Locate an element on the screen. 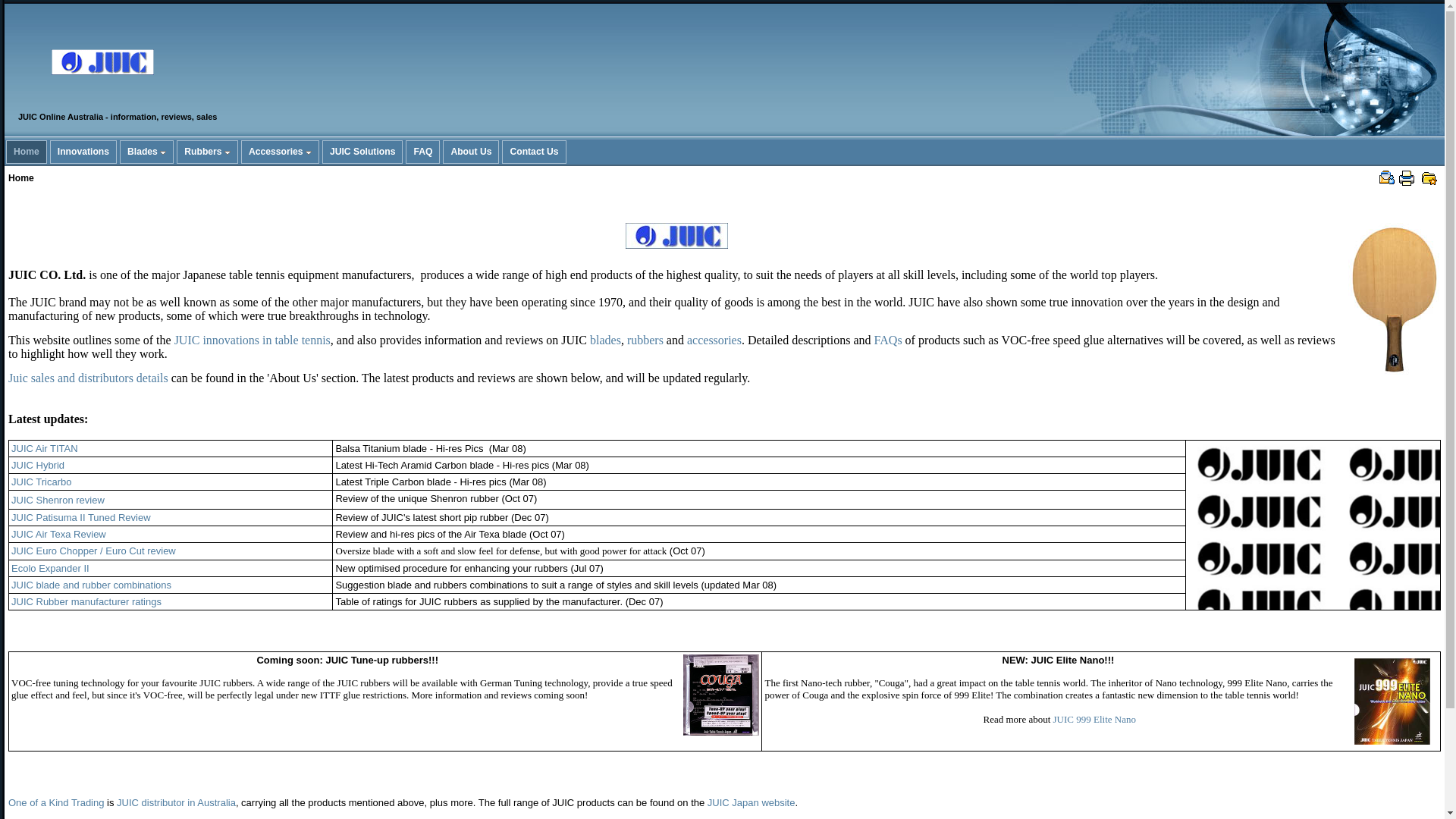  'JUIC innovations in table tennis' is located at coordinates (252, 339).